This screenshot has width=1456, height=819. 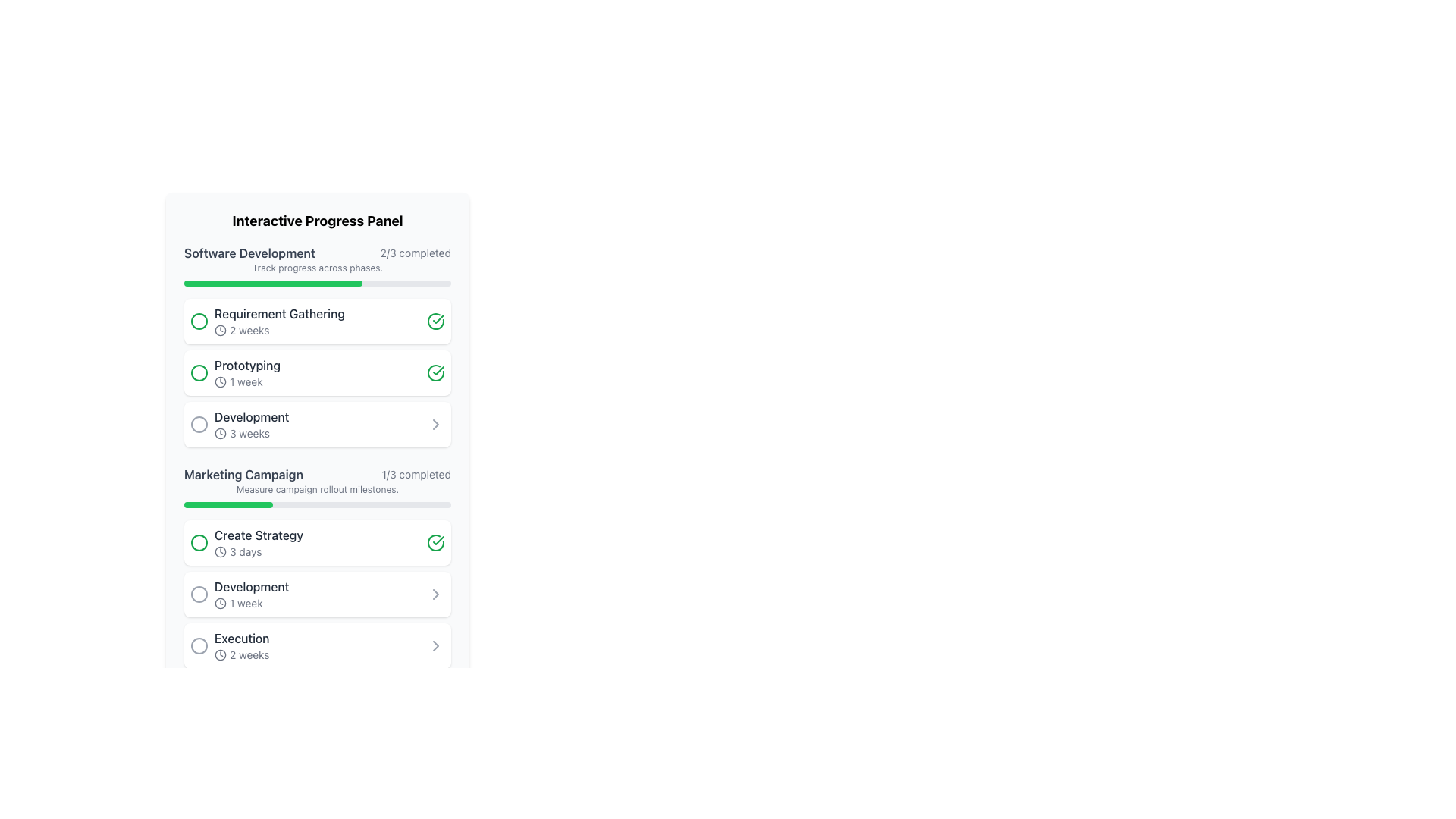 I want to click on the progress status text label located in the top-right corner of the 'Software Development' section, aligned horizontally with its title, so click(x=416, y=253).